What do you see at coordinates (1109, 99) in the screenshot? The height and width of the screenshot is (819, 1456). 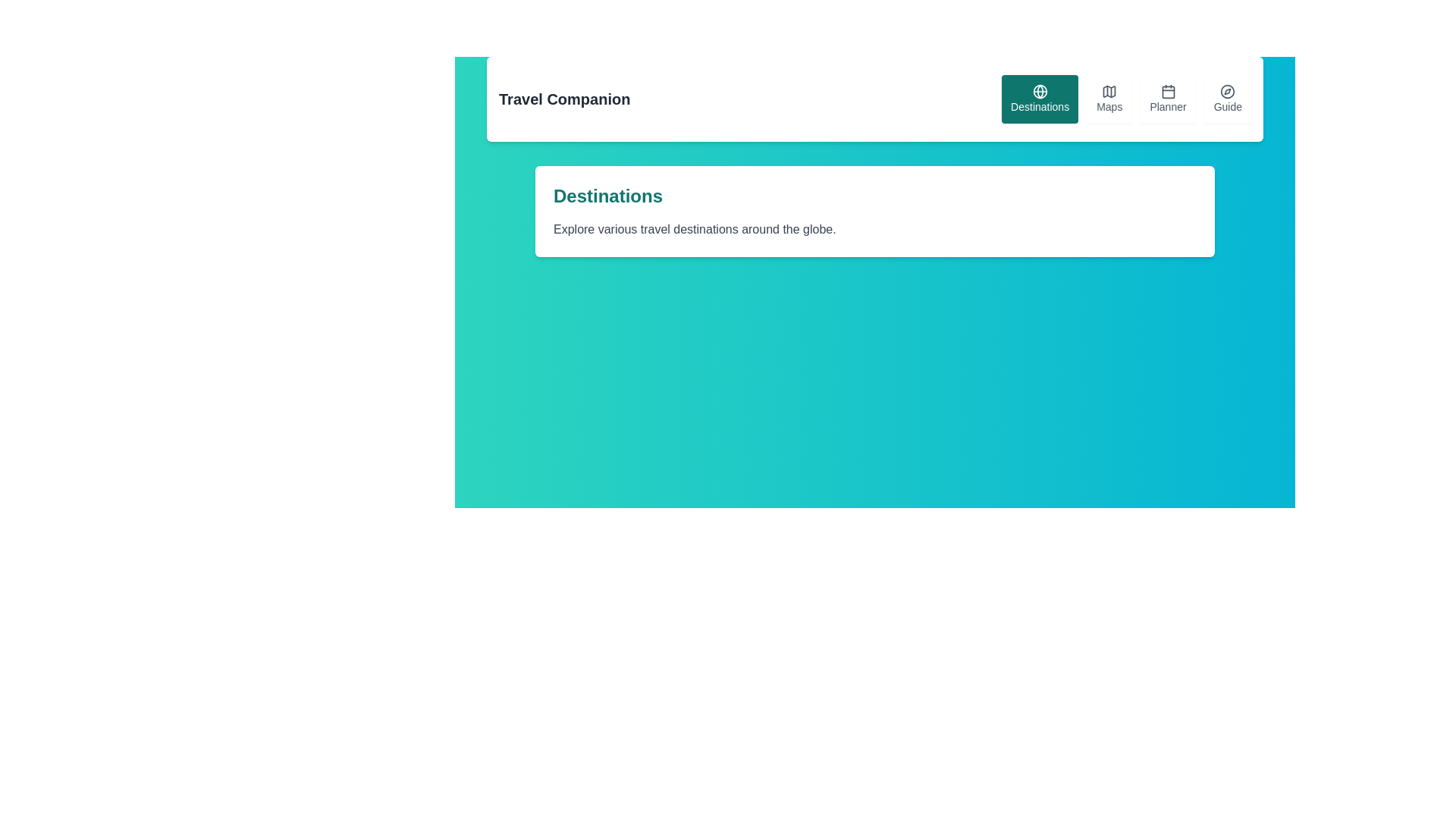 I see `the navigation button located in the top-right corner of the interface, which is the second button after 'Destinations' and before 'Planner'` at bounding box center [1109, 99].